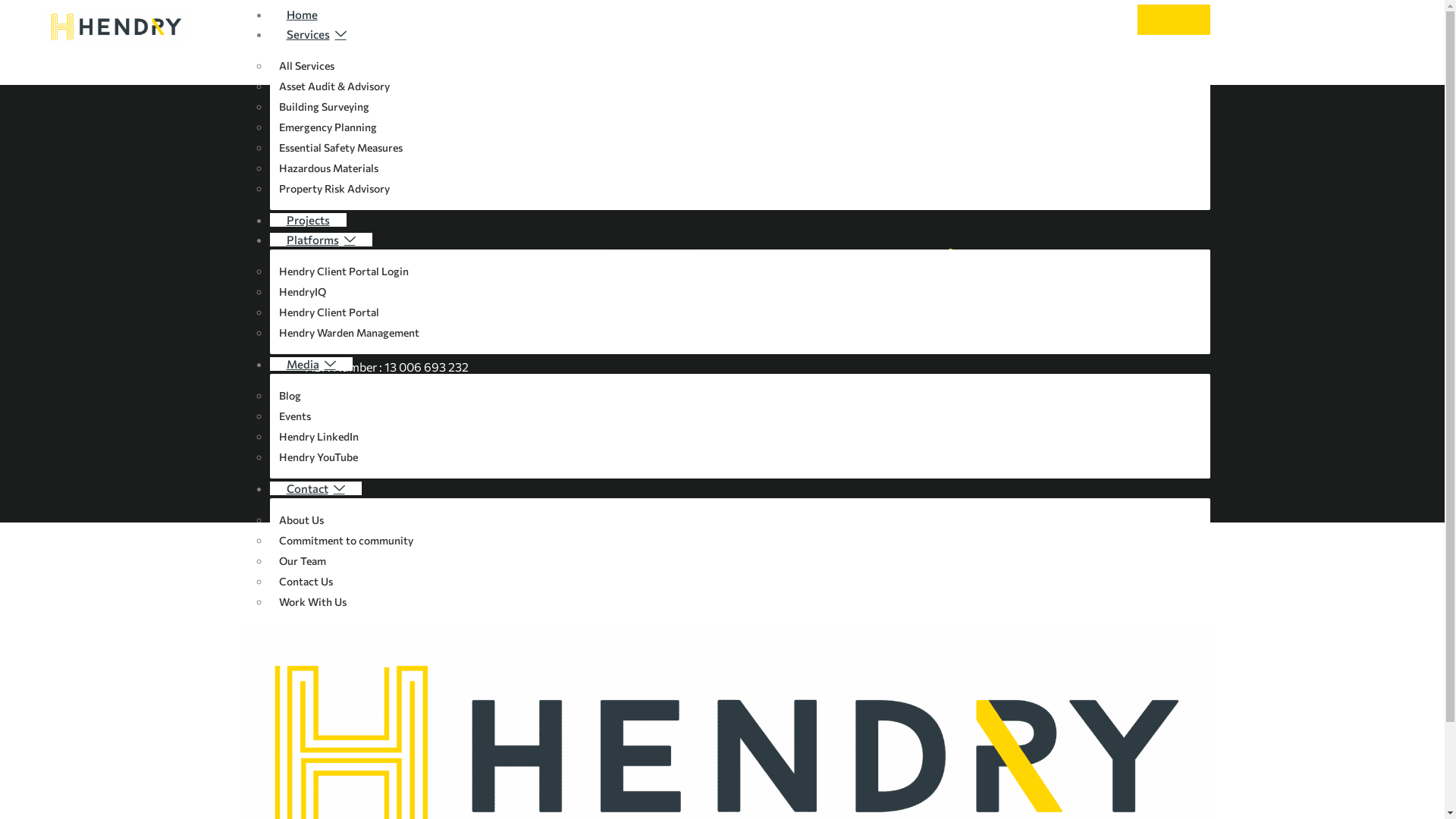 The height and width of the screenshot is (819, 1456). I want to click on 'Hendry Warden Management', so click(348, 331).